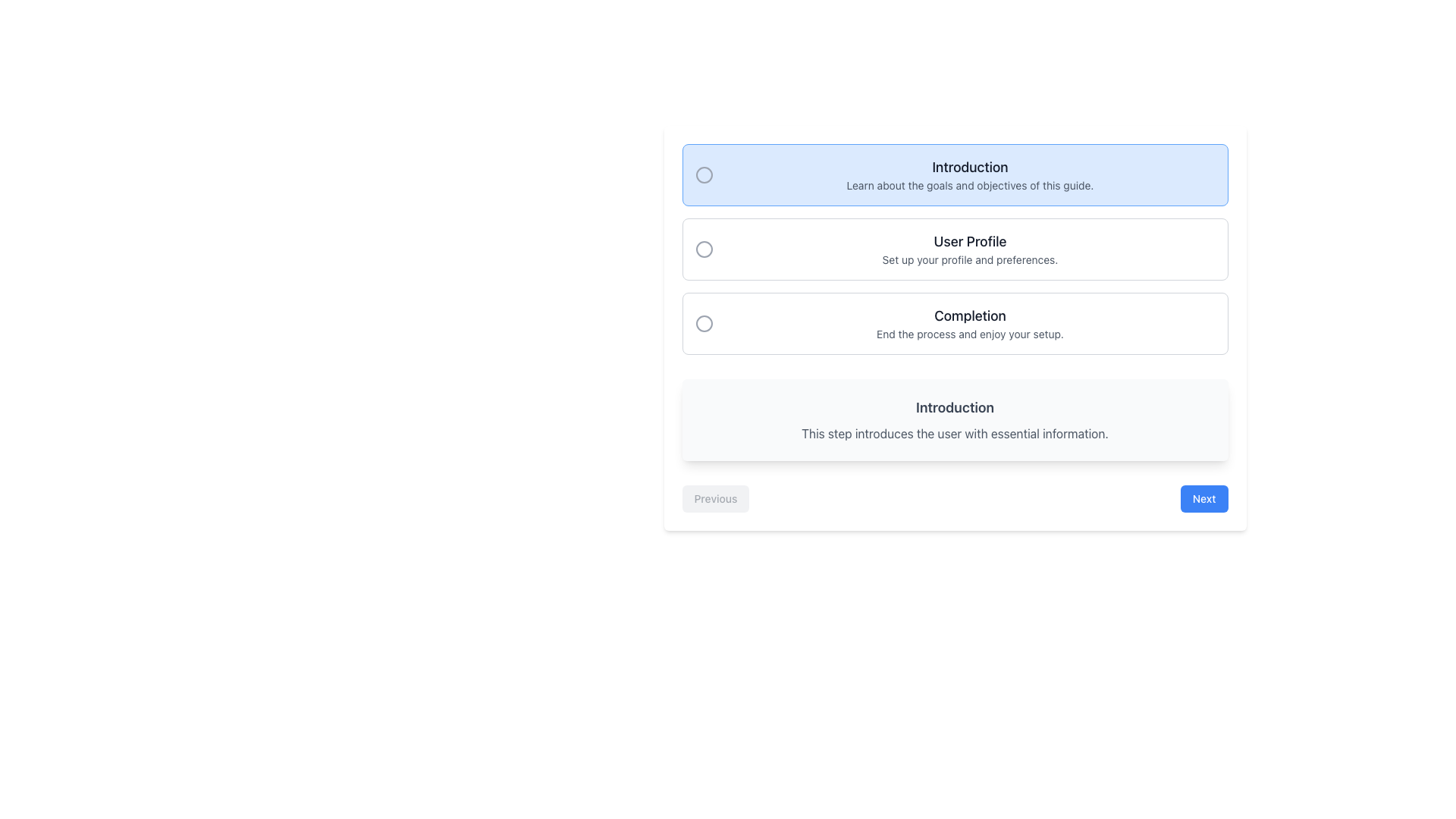 This screenshot has height=819, width=1456. Describe the element at coordinates (703, 323) in the screenshot. I see `the appearance of the circular Radio Button Visual Marker, which is part of the third option in the vertical list labeled 'Completion.'` at that location.